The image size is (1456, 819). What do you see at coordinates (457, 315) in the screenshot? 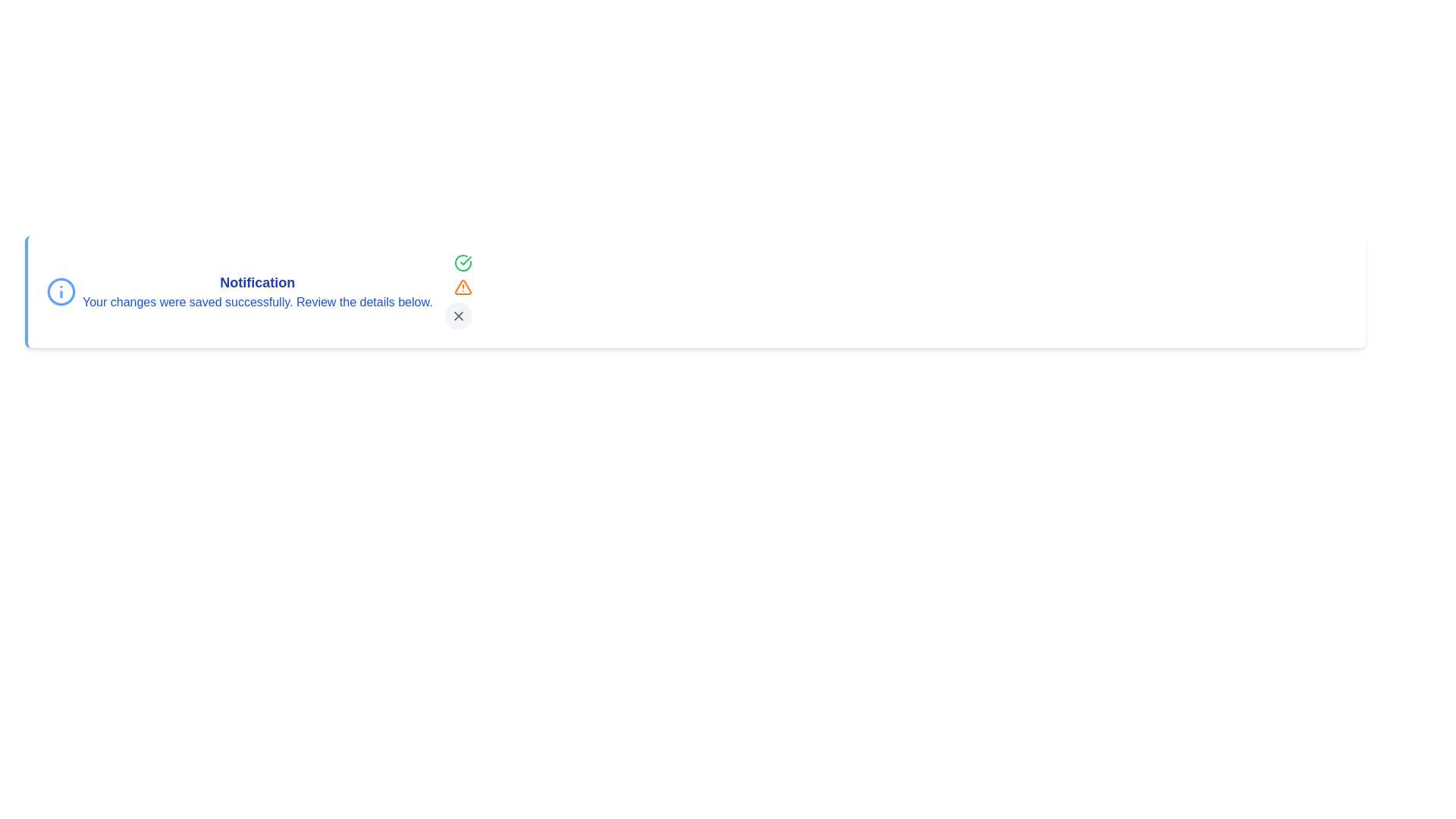
I see `close button to hide the notification` at bounding box center [457, 315].